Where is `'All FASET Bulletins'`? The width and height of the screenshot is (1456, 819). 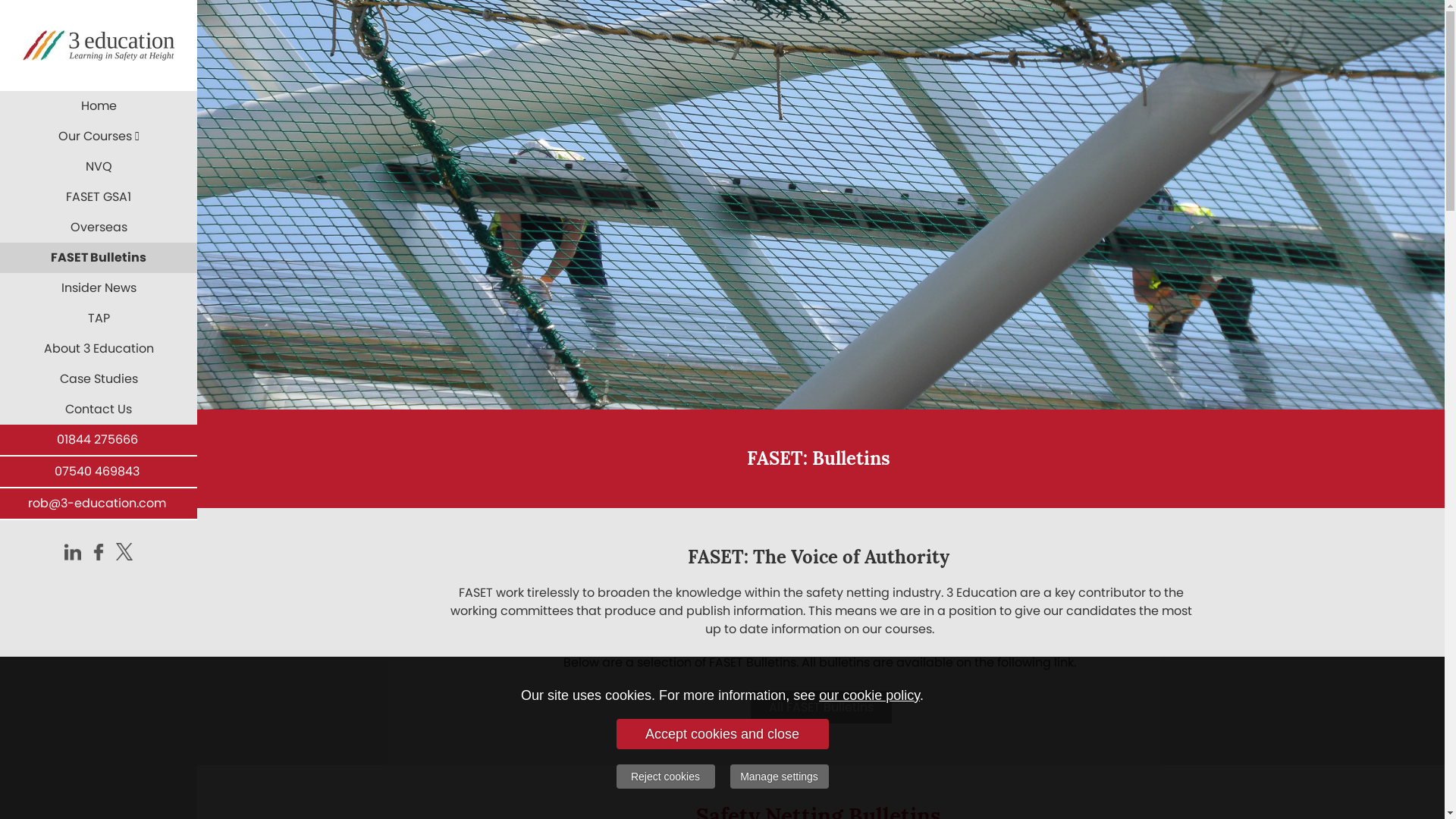 'All FASET Bulletins' is located at coordinates (750, 707).